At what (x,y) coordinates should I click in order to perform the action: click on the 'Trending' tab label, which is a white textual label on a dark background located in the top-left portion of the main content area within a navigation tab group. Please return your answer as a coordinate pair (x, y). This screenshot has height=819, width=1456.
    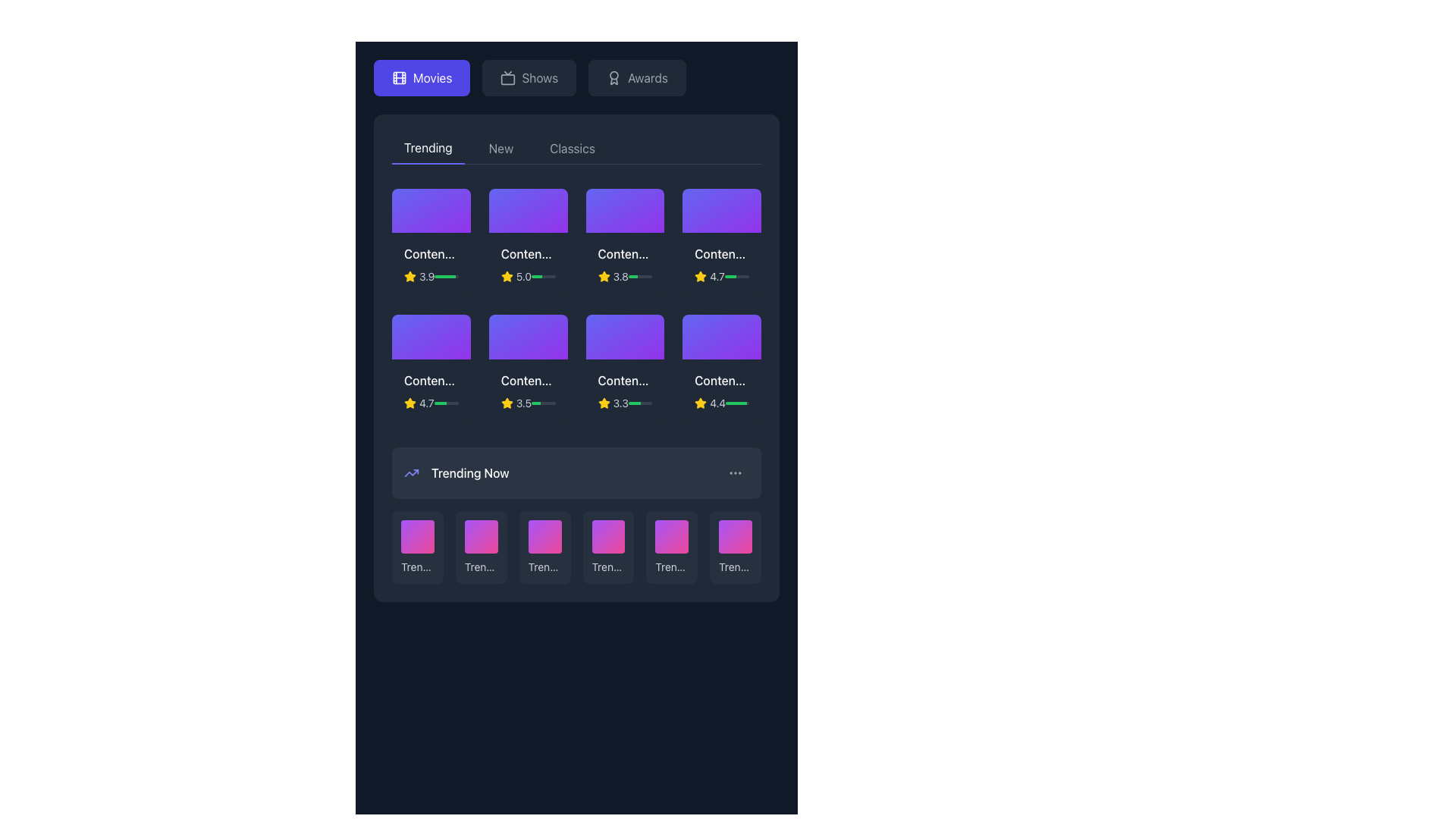
    Looking at the image, I should click on (427, 148).